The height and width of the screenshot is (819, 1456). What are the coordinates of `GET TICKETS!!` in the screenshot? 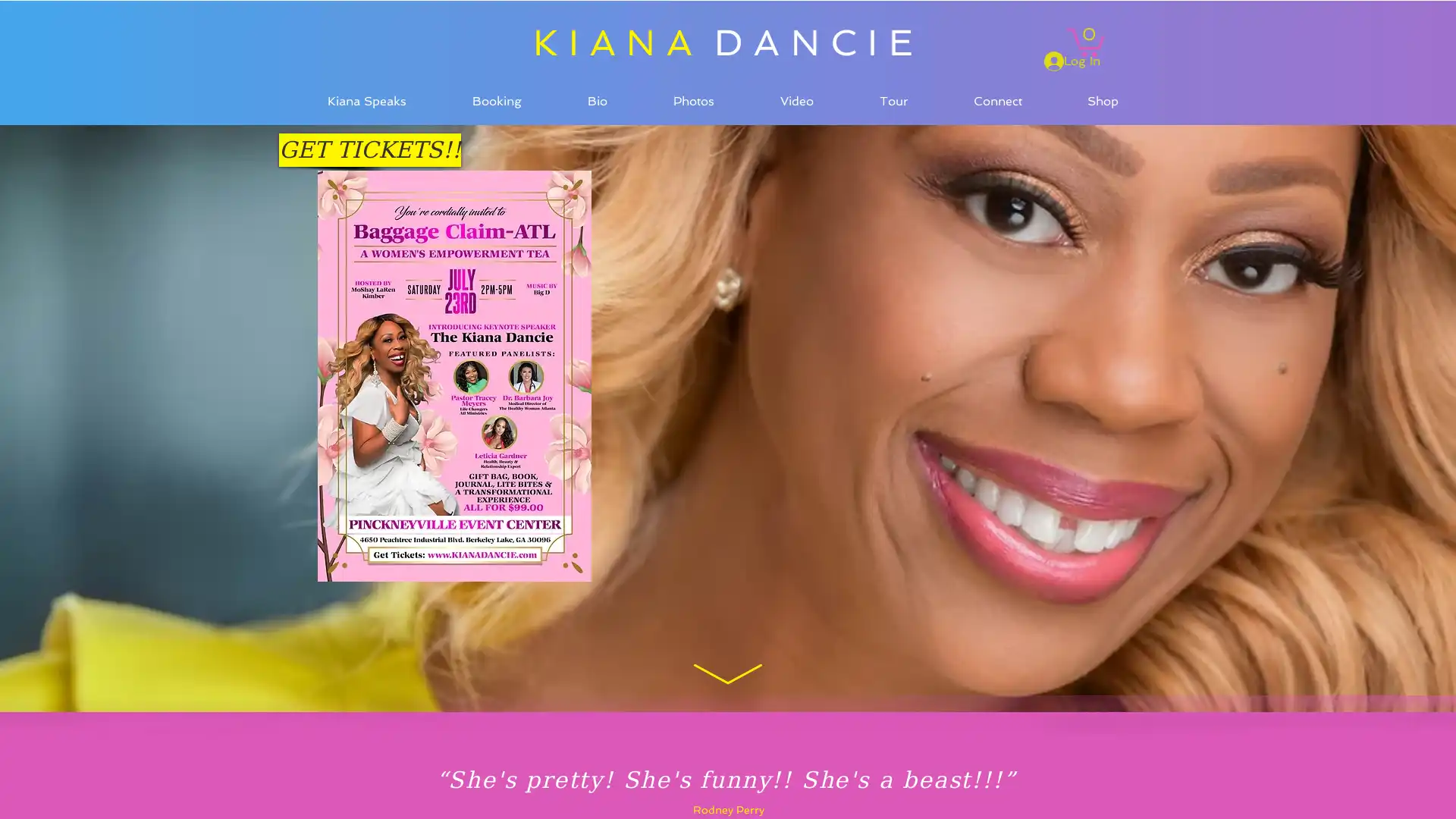 It's located at (370, 149).